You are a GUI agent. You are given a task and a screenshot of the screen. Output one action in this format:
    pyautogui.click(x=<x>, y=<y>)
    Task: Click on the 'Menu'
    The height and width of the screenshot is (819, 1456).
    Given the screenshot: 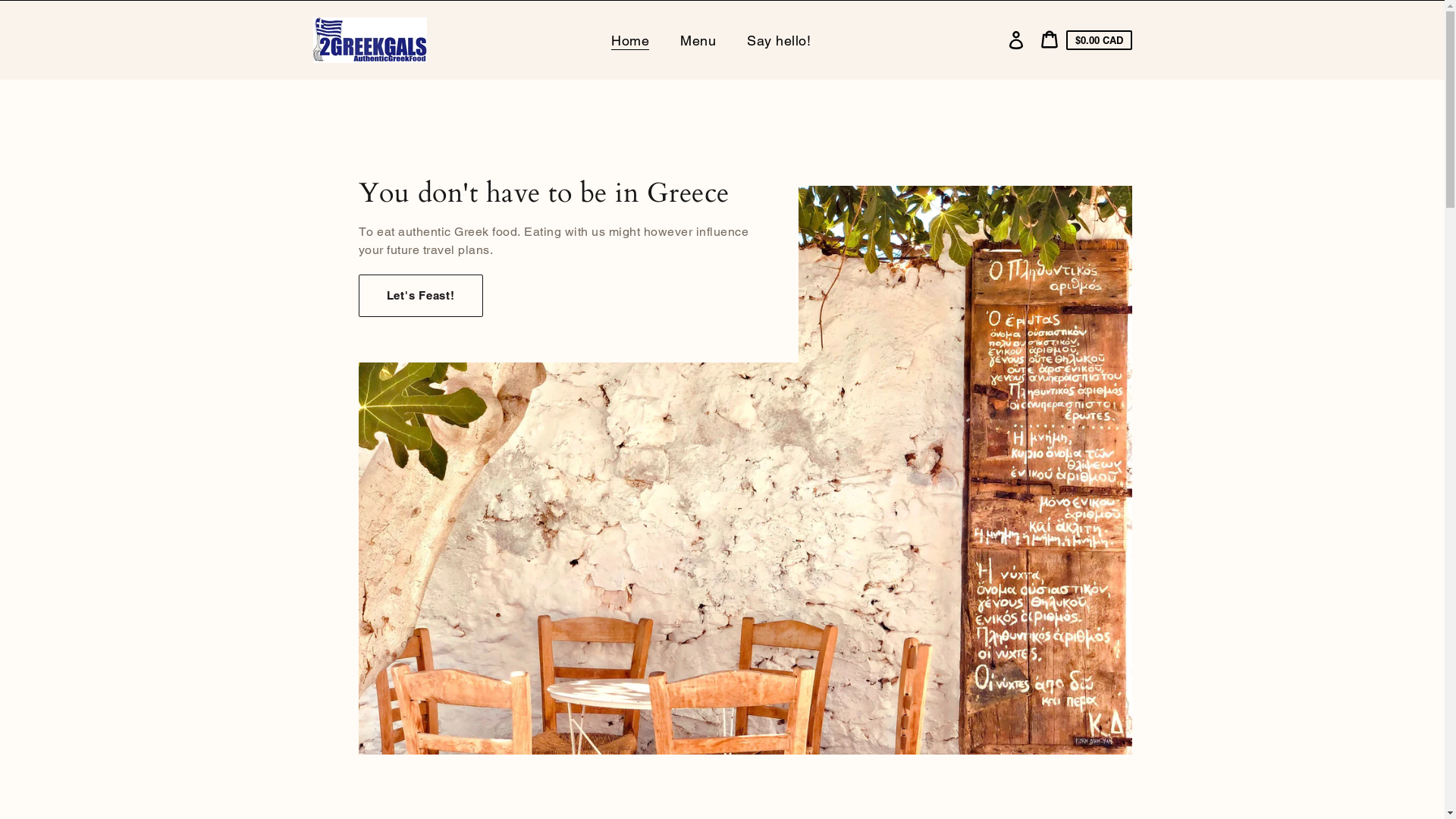 What is the action you would take?
    pyautogui.click(x=698, y=39)
    